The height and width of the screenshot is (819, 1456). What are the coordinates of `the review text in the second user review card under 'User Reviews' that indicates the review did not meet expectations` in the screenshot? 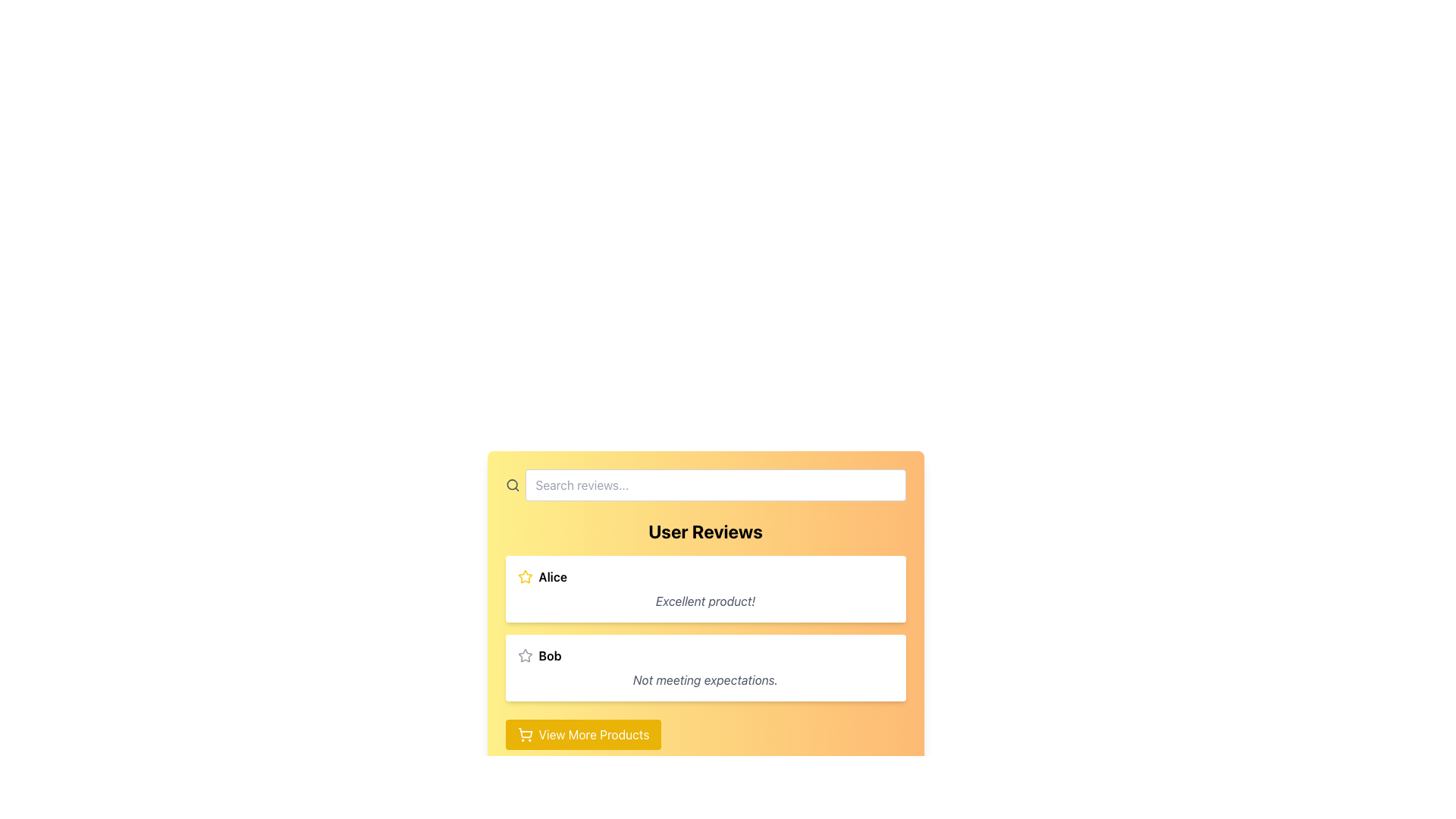 It's located at (704, 679).